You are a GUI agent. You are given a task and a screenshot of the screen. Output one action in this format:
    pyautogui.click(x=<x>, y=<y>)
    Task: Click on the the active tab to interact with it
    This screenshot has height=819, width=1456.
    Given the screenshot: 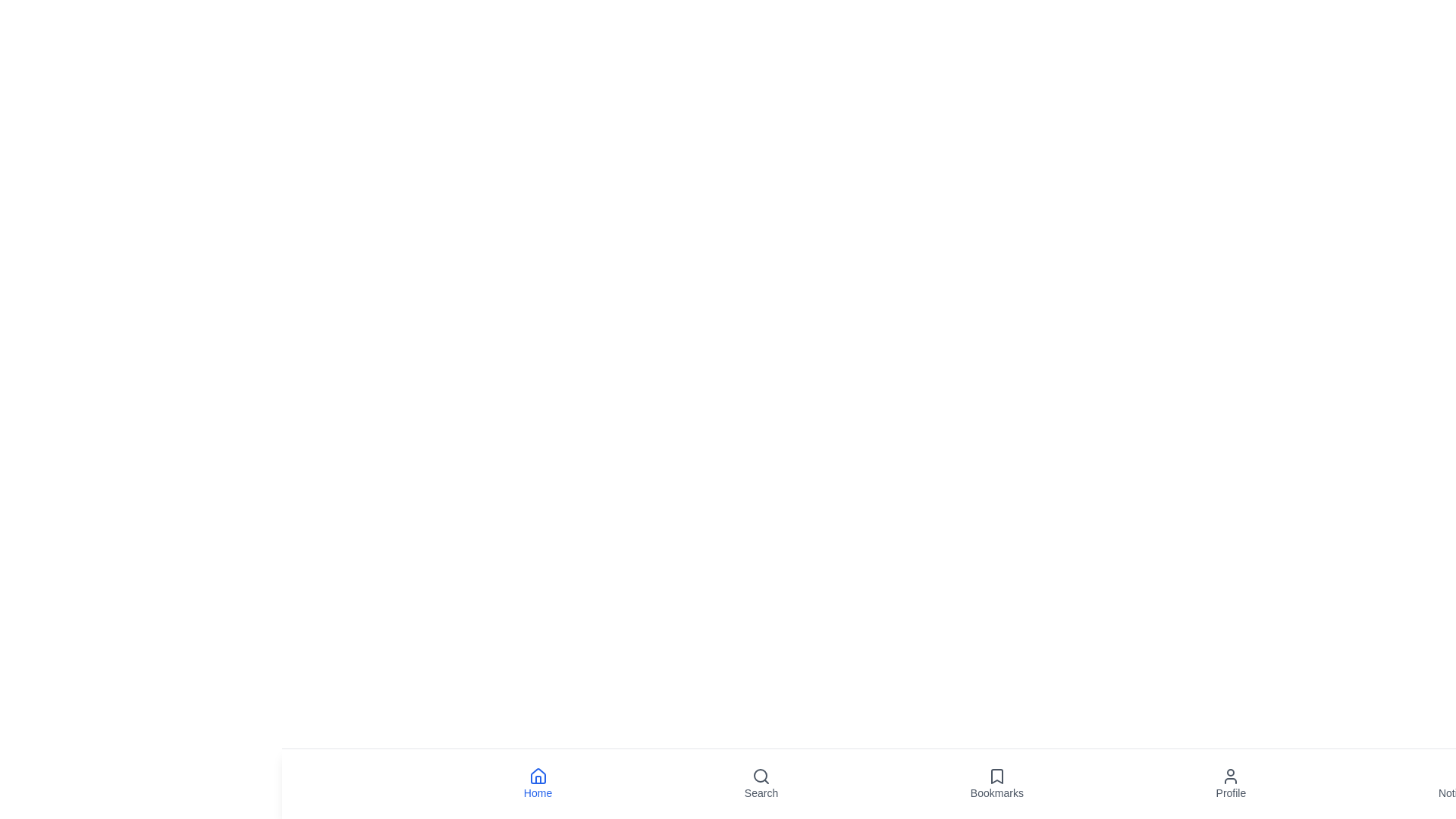 What is the action you would take?
    pyautogui.click(x=538, y=783)
    